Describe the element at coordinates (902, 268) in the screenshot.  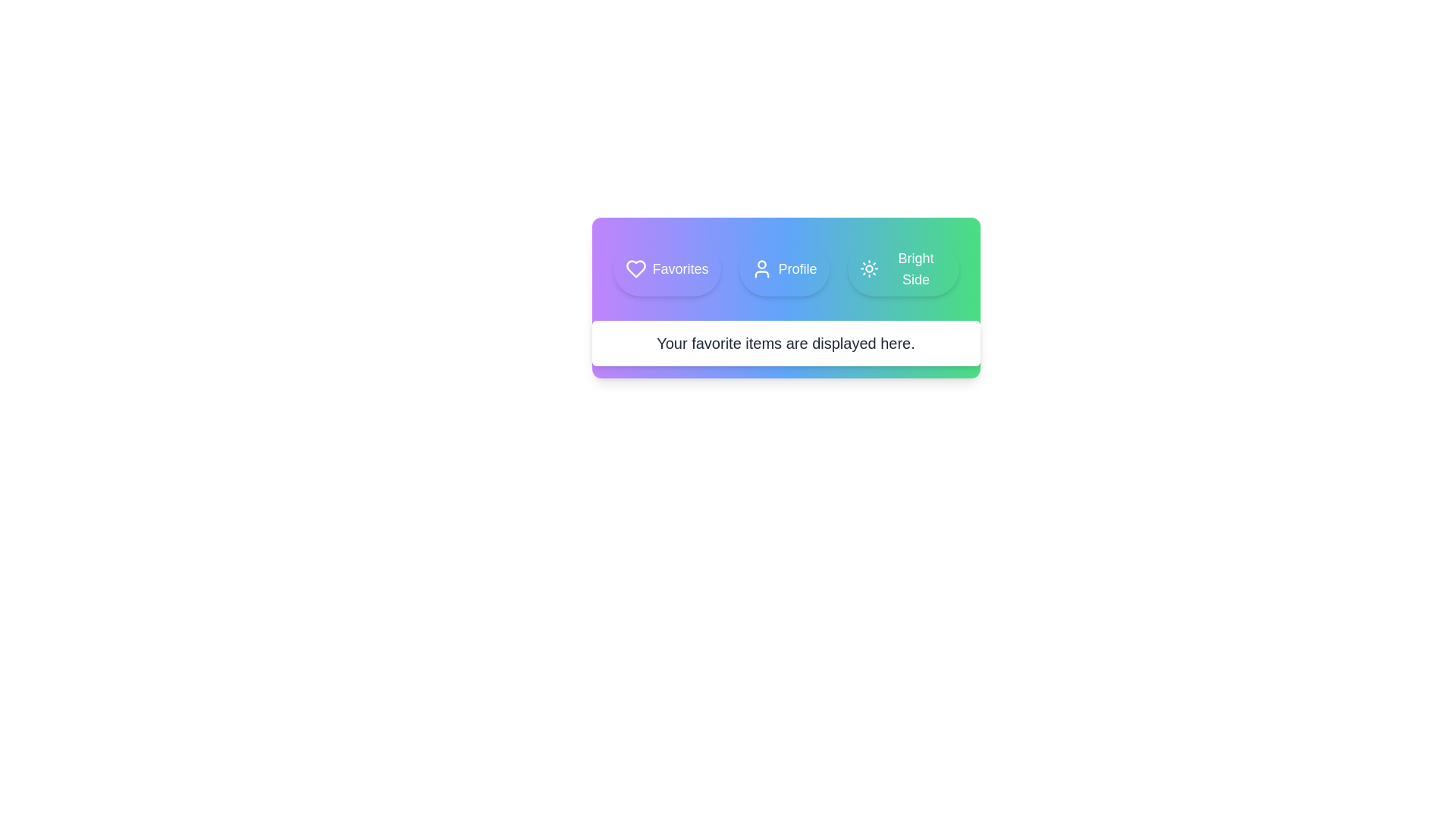
I see `the Bright Side tab to observe its hover effect` at that location.